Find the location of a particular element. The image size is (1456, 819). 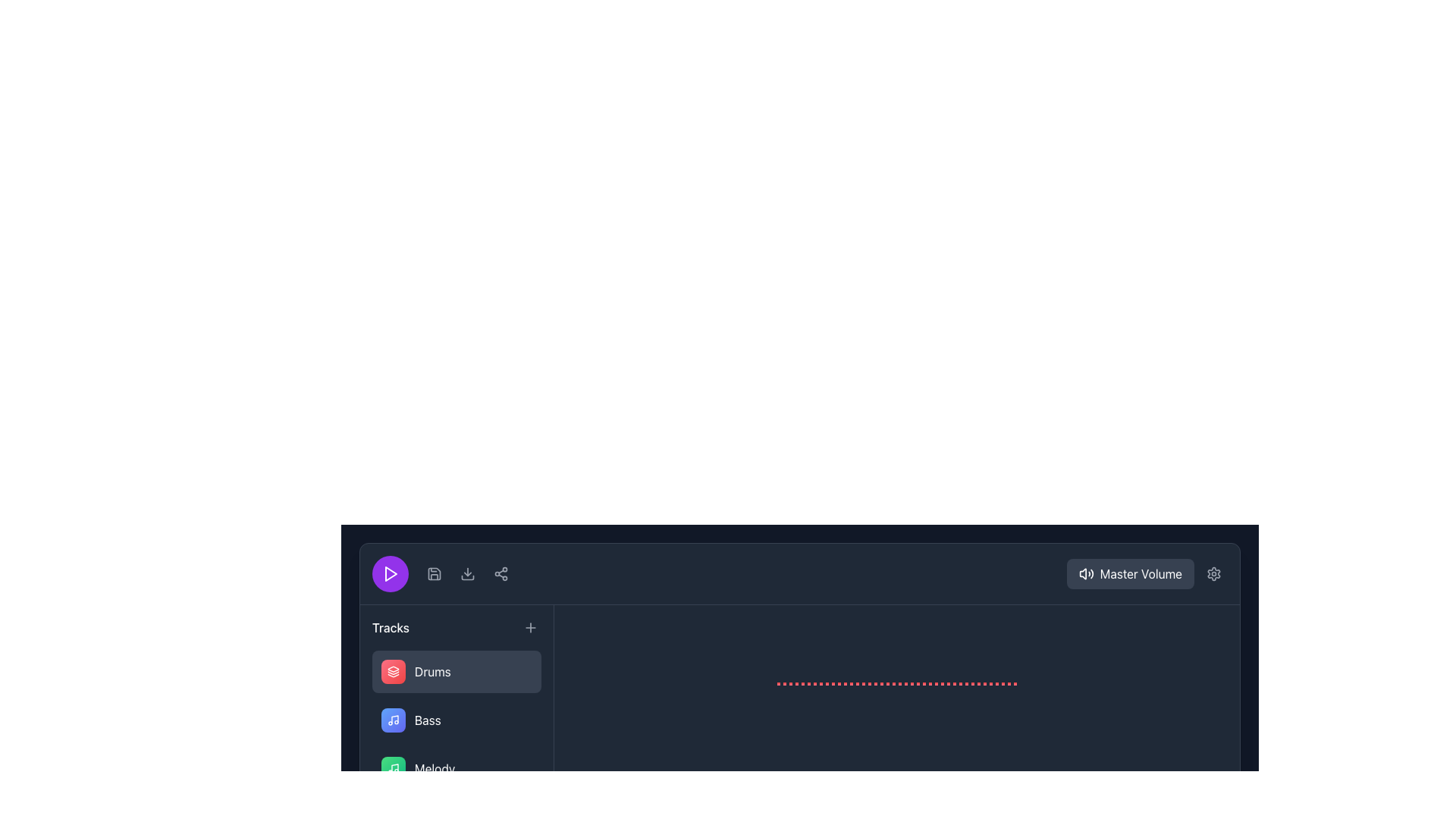

the musical note icon located in the left sidebar under the 'Tracks' section, positioned immediately after the 'Bass' entry is located at coordinates (393, 769).